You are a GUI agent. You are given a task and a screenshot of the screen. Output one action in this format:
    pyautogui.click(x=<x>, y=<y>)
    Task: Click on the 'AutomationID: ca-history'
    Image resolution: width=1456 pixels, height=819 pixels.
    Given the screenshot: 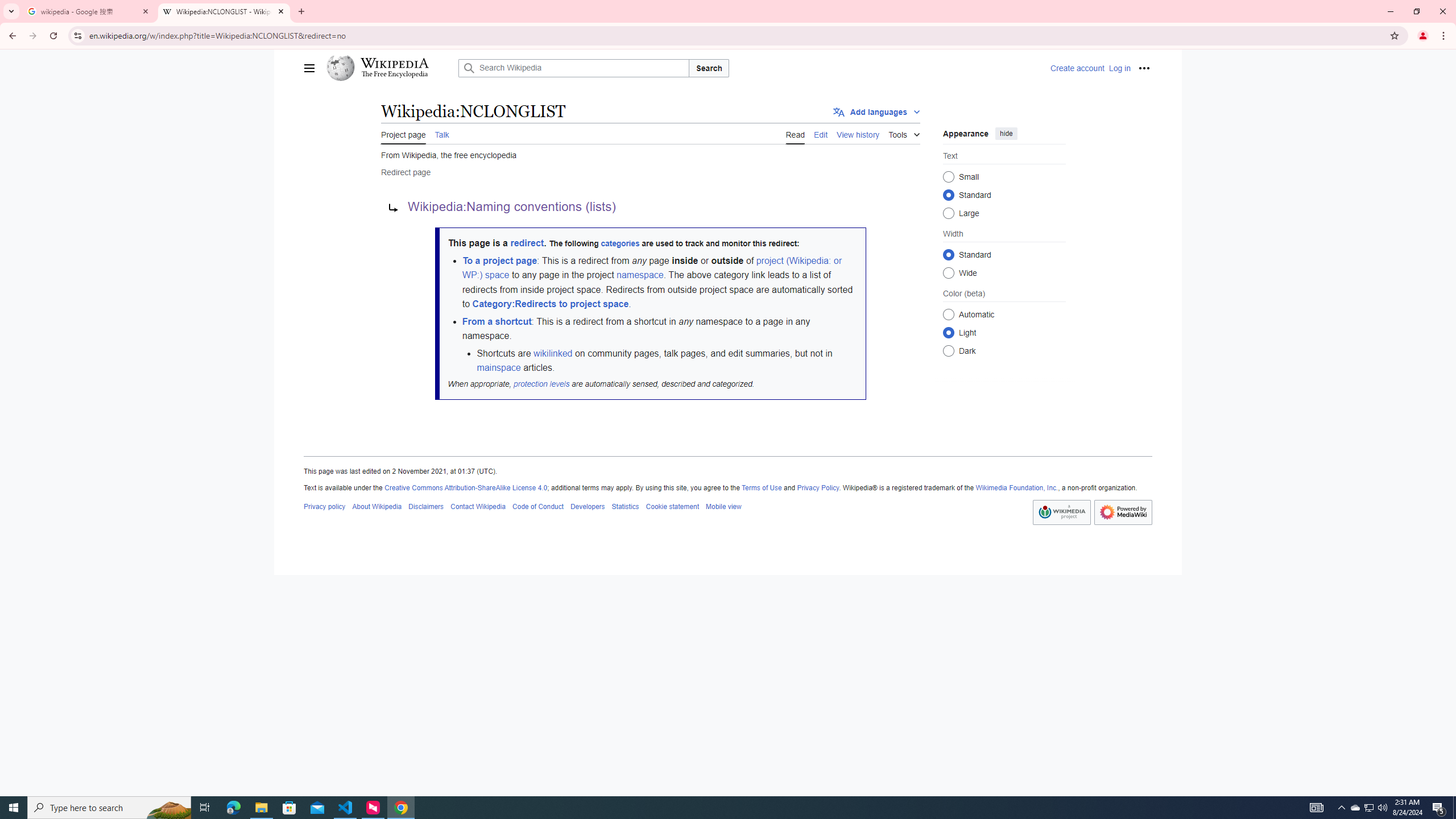 What is the action you would take?
    pyautogui.click(x=858, y=133)
    